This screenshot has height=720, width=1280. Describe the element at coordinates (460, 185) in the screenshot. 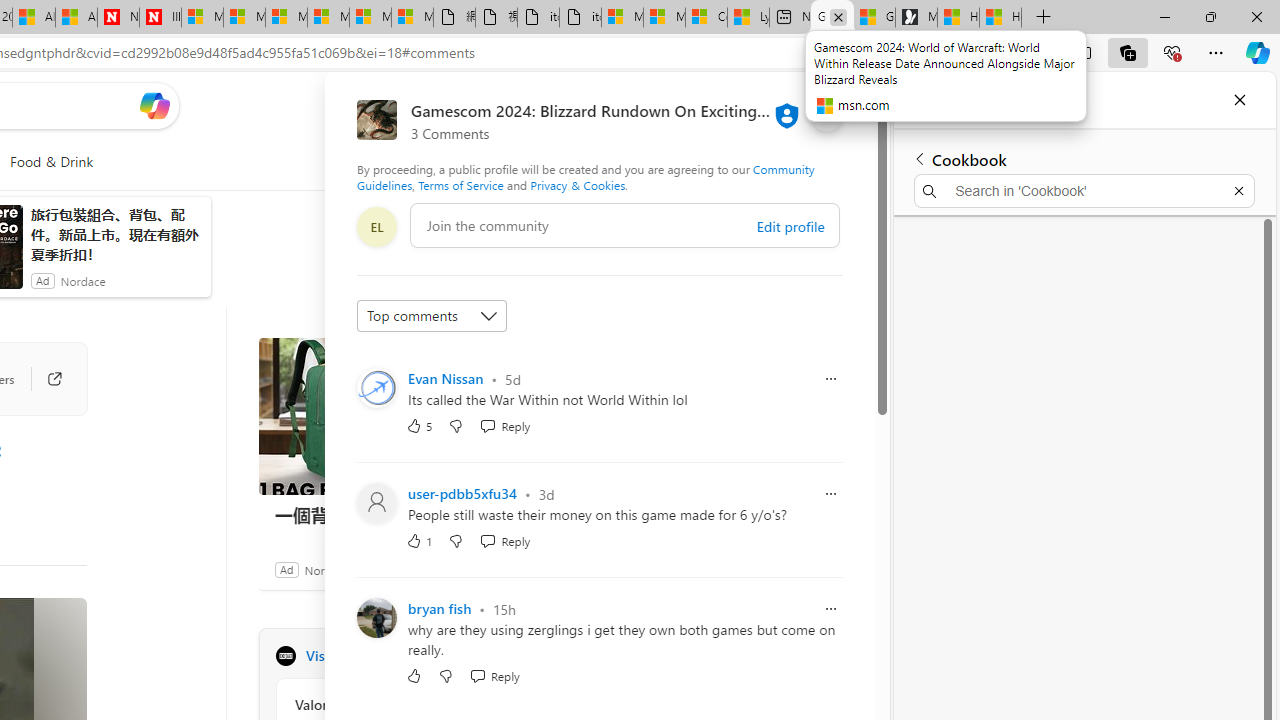

I see `'Terms of Service'` at that location.